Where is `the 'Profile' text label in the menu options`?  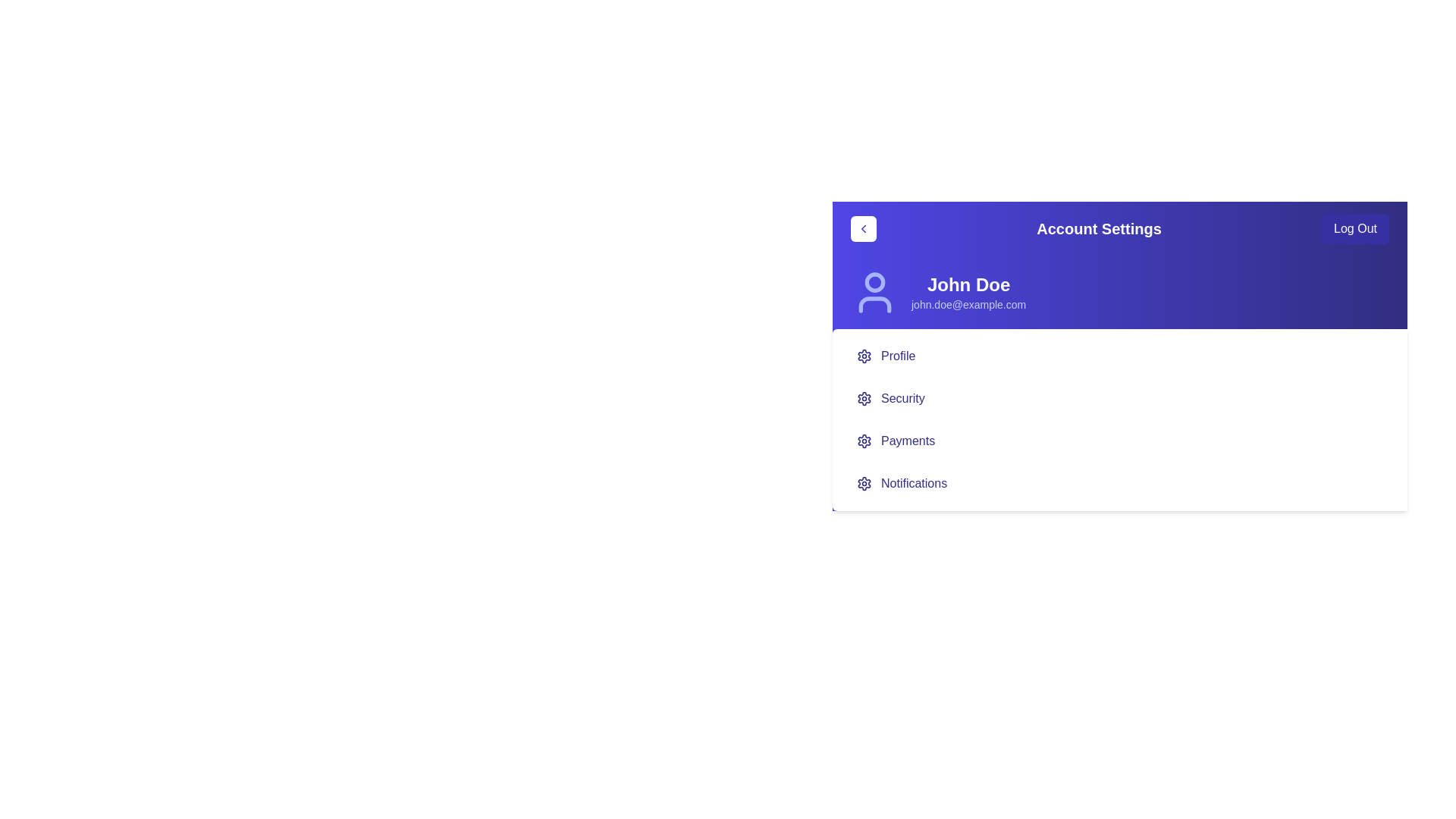
the 'Profile' text label in the menu options is located at coordinates (898, 356).